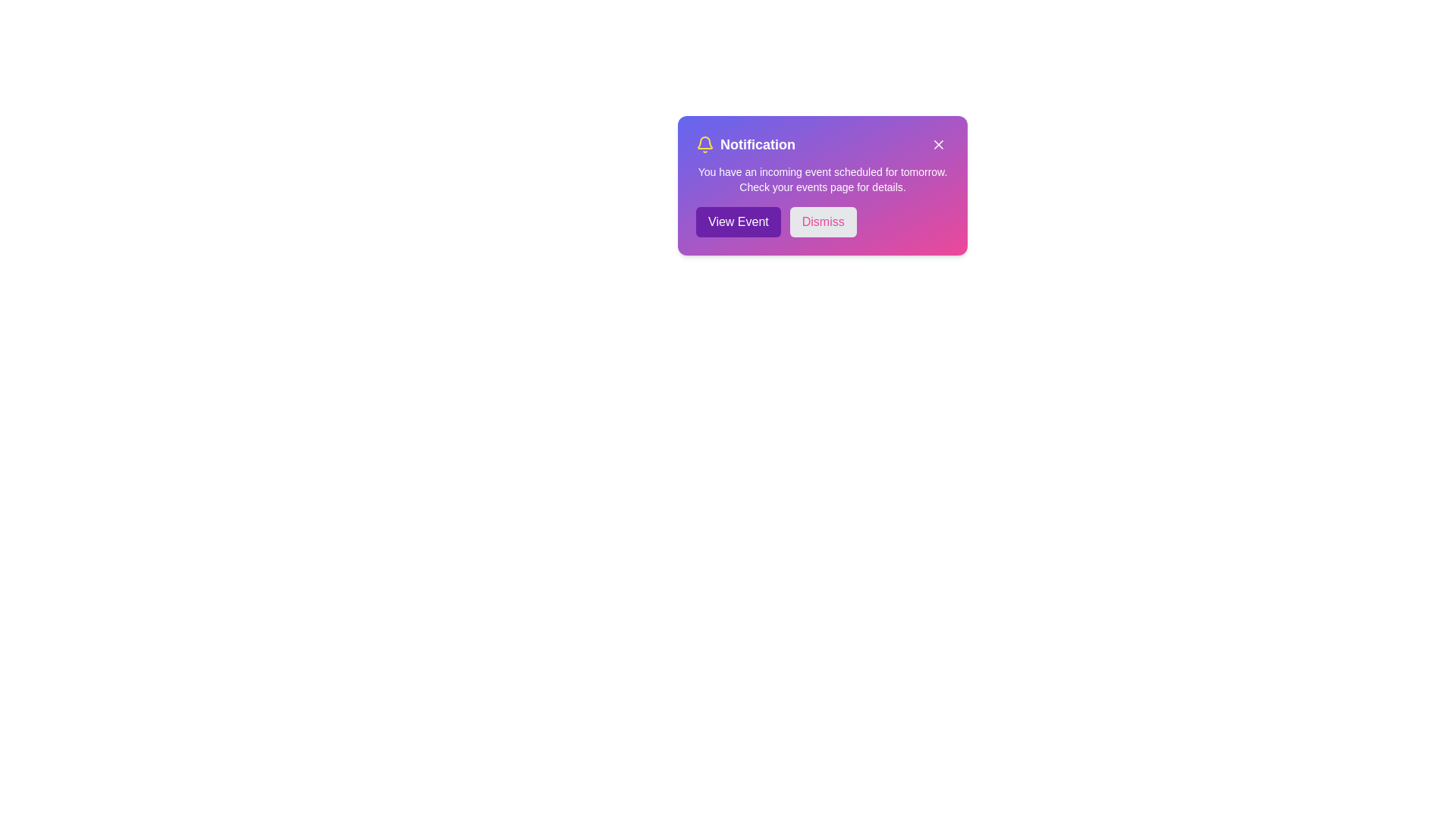 Image resolution: width=1456 pixels, height=819 pixels. I want to click on the close button to hide the alert, so click(938, 145).